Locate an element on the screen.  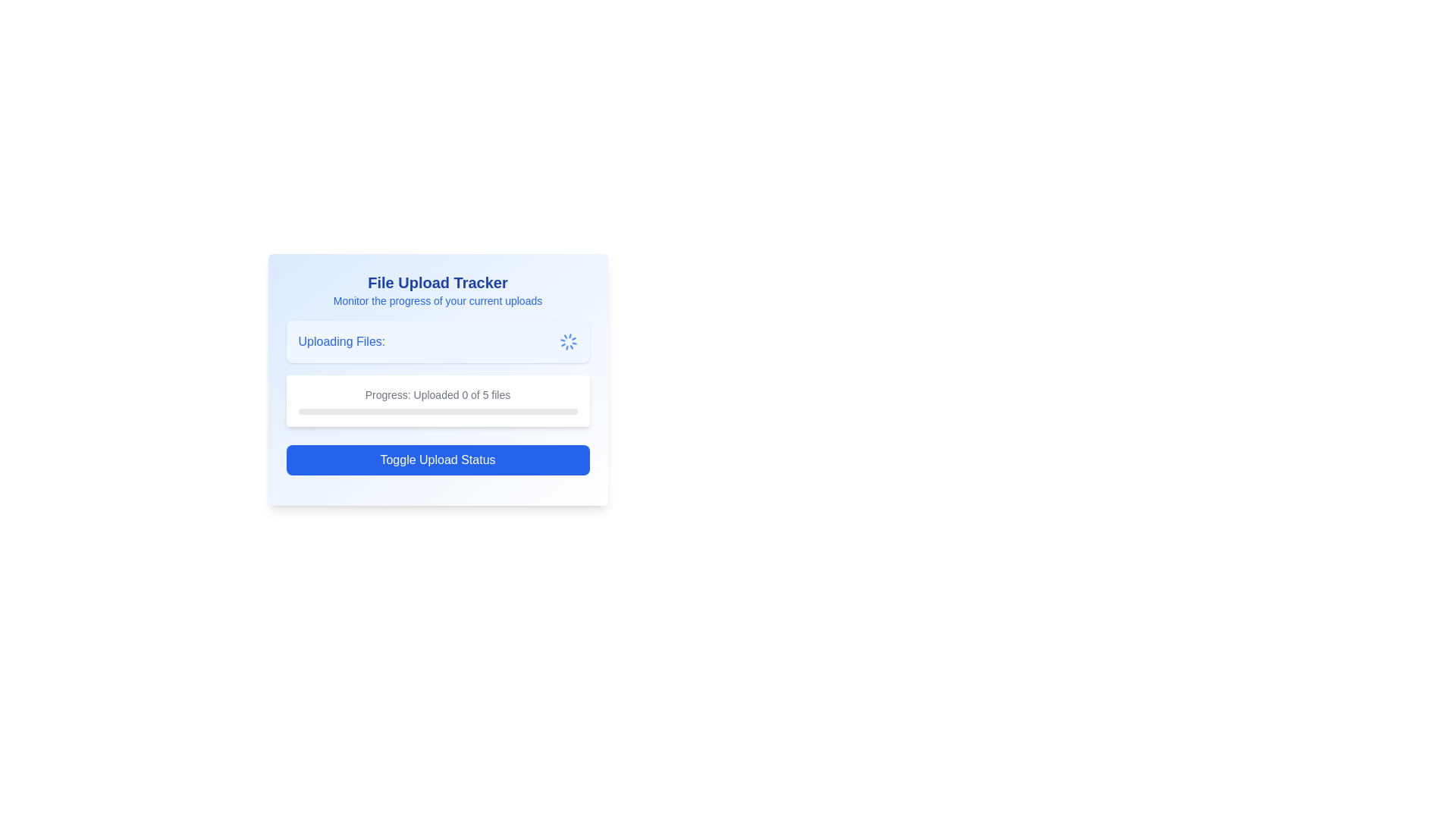
the static text element that reads 'Monitor the progress of your current uploads', which is styled in blue and positioned below the 'File Upload Tracker' heading is located at coordinates (437, 301).